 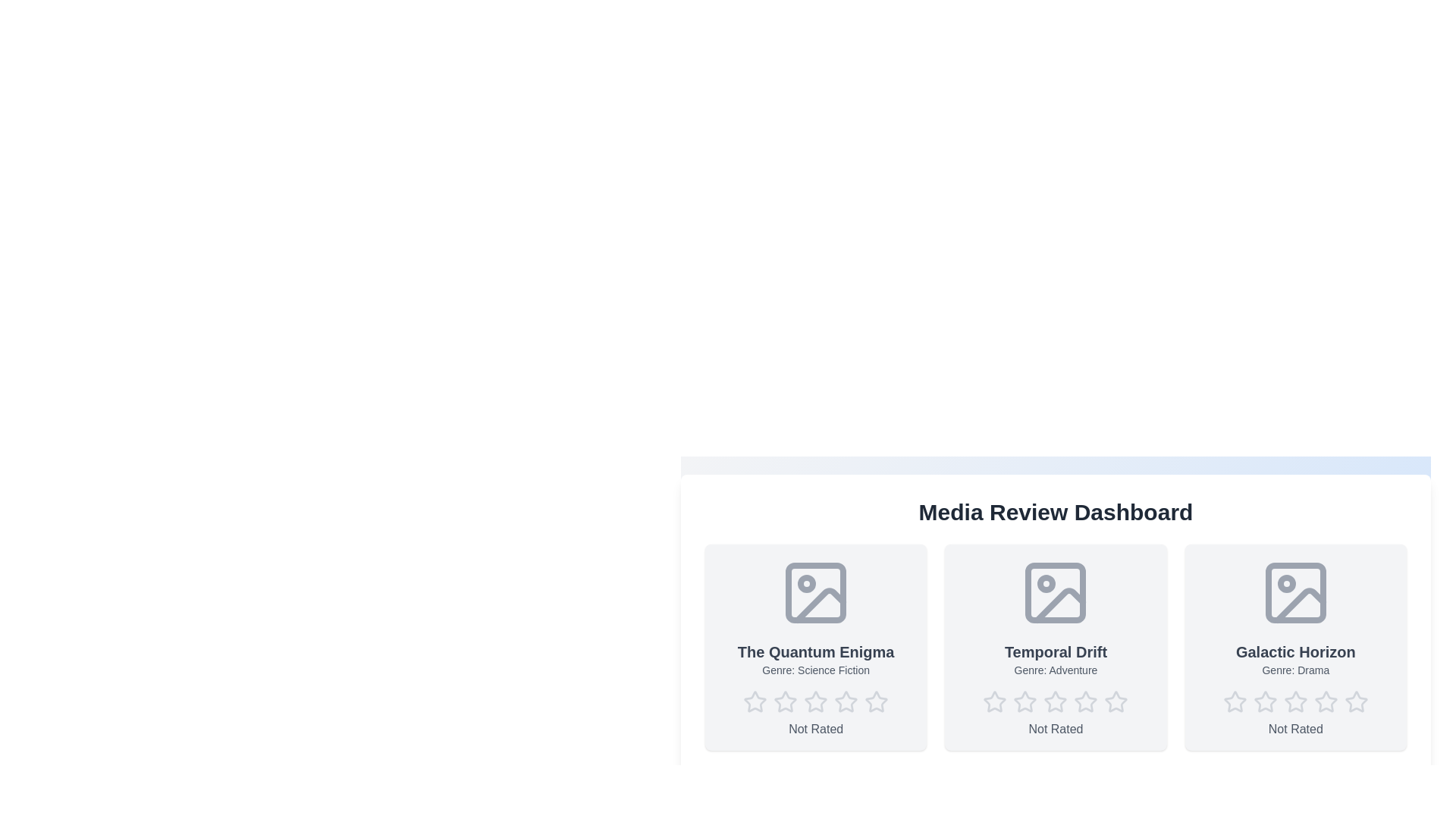 I want to click on the star corresponding to the desired rating 3 for the media item The Quantum Enigma, so click(x=815, y=701).